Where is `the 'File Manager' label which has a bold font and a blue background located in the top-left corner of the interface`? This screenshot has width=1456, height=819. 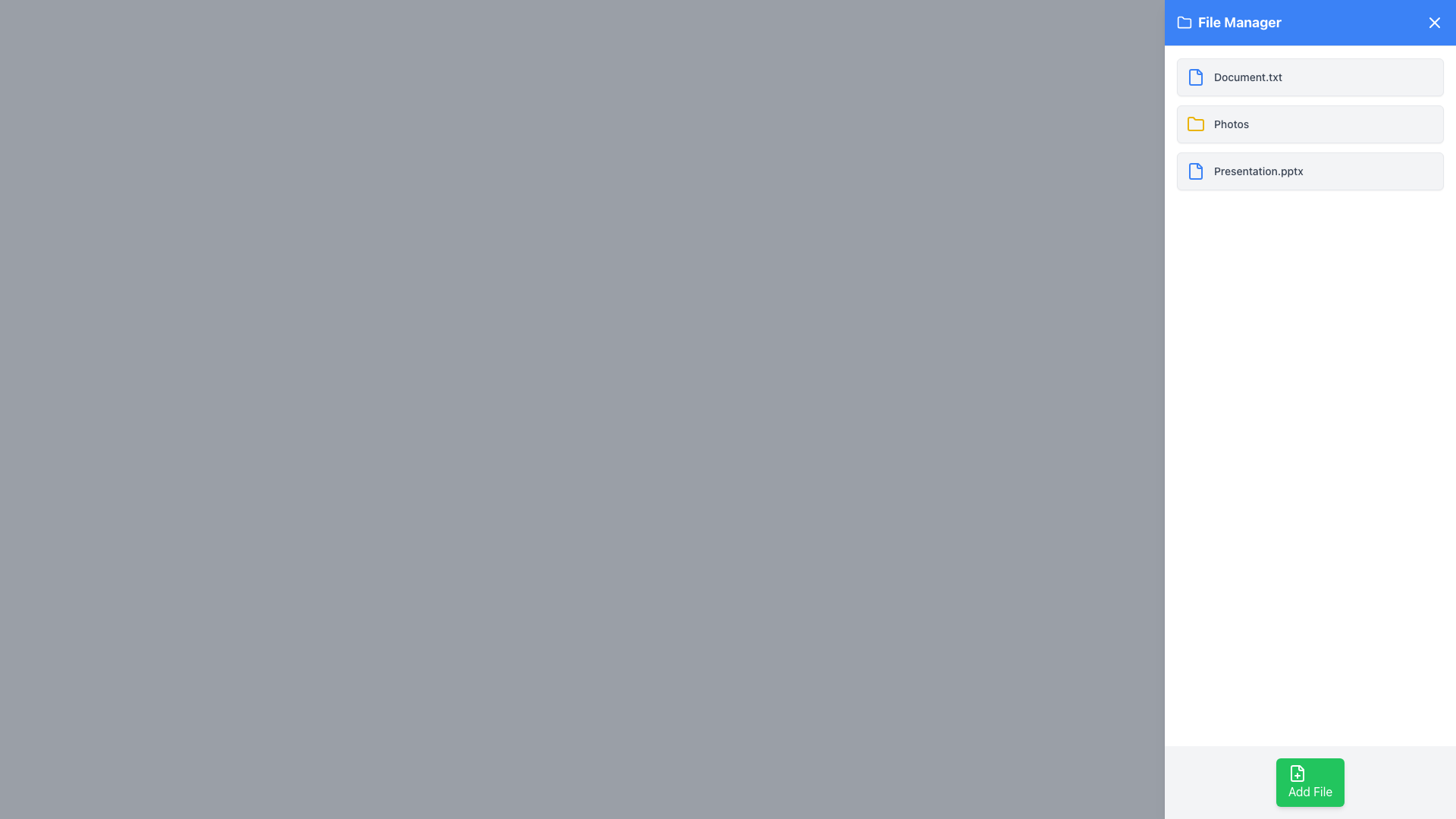 the 'File Manager' label which has a bold font and a blue background located in the top-left corner of the interface is located at coordinates (1229, 23).